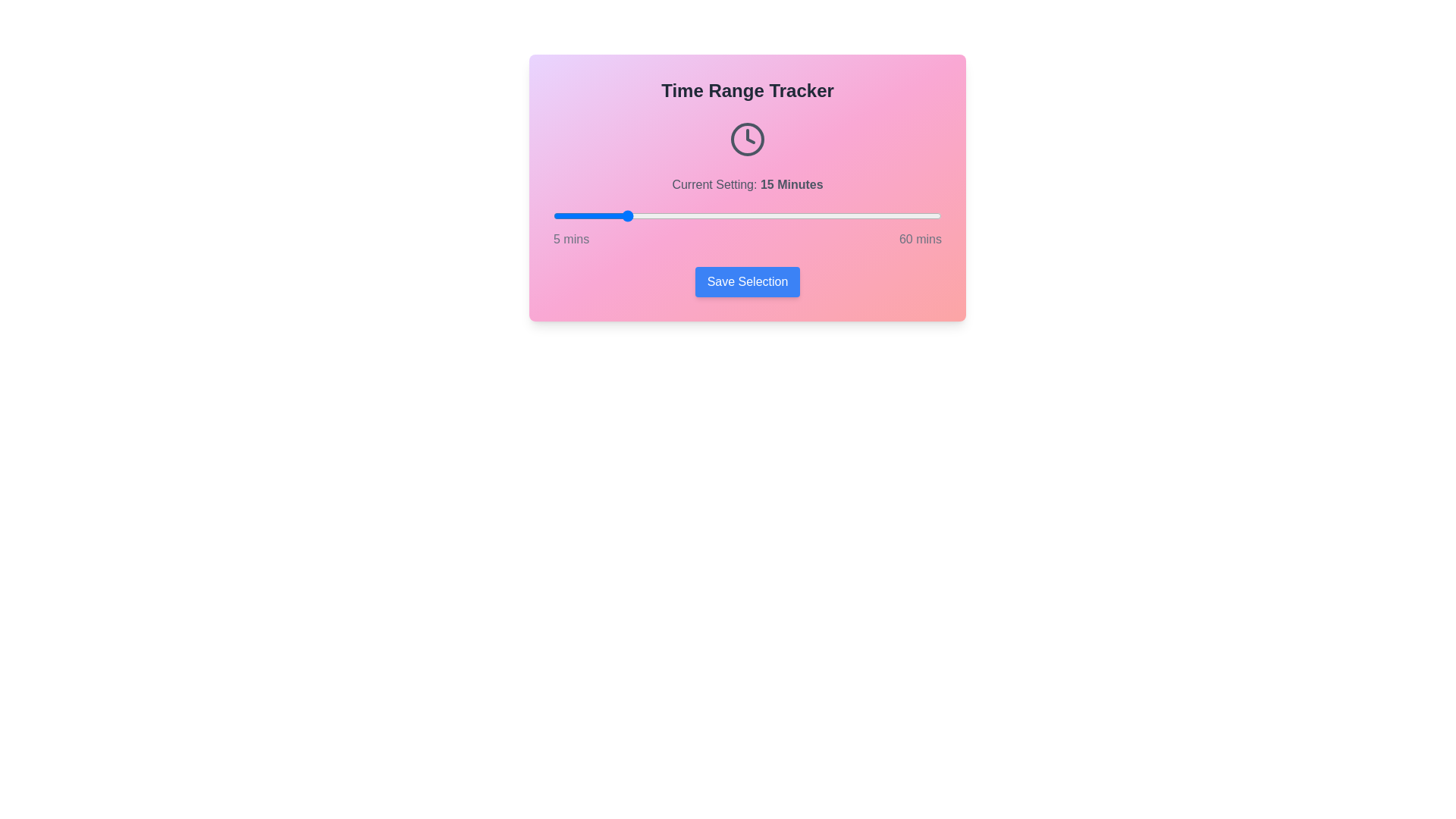 The height and width of the screenshot is (819, 1456). I want to click on the time range slider to 38 minutes, so click(786, 216).